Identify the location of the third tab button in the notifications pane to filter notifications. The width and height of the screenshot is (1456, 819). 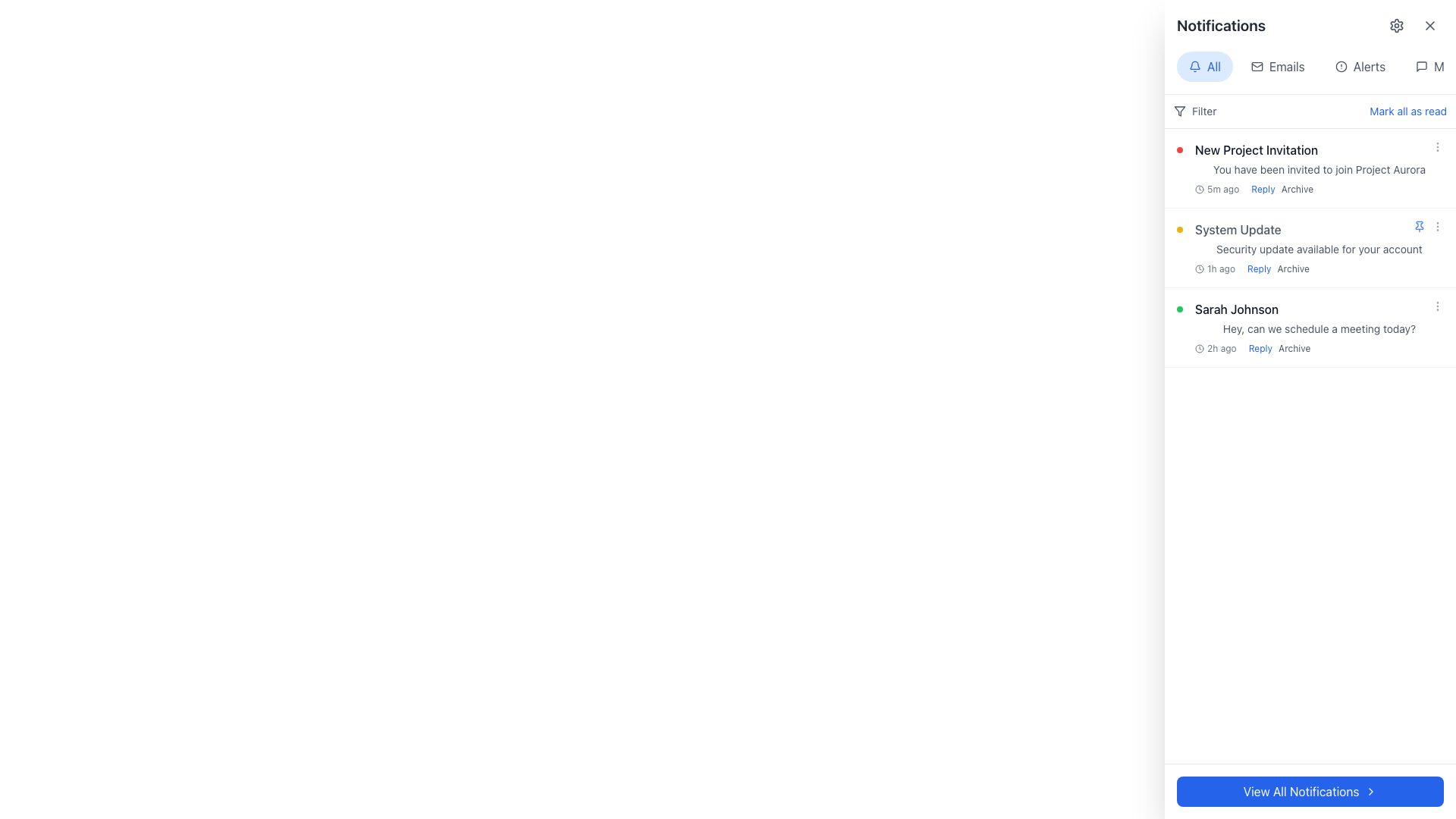
(1360, 66).